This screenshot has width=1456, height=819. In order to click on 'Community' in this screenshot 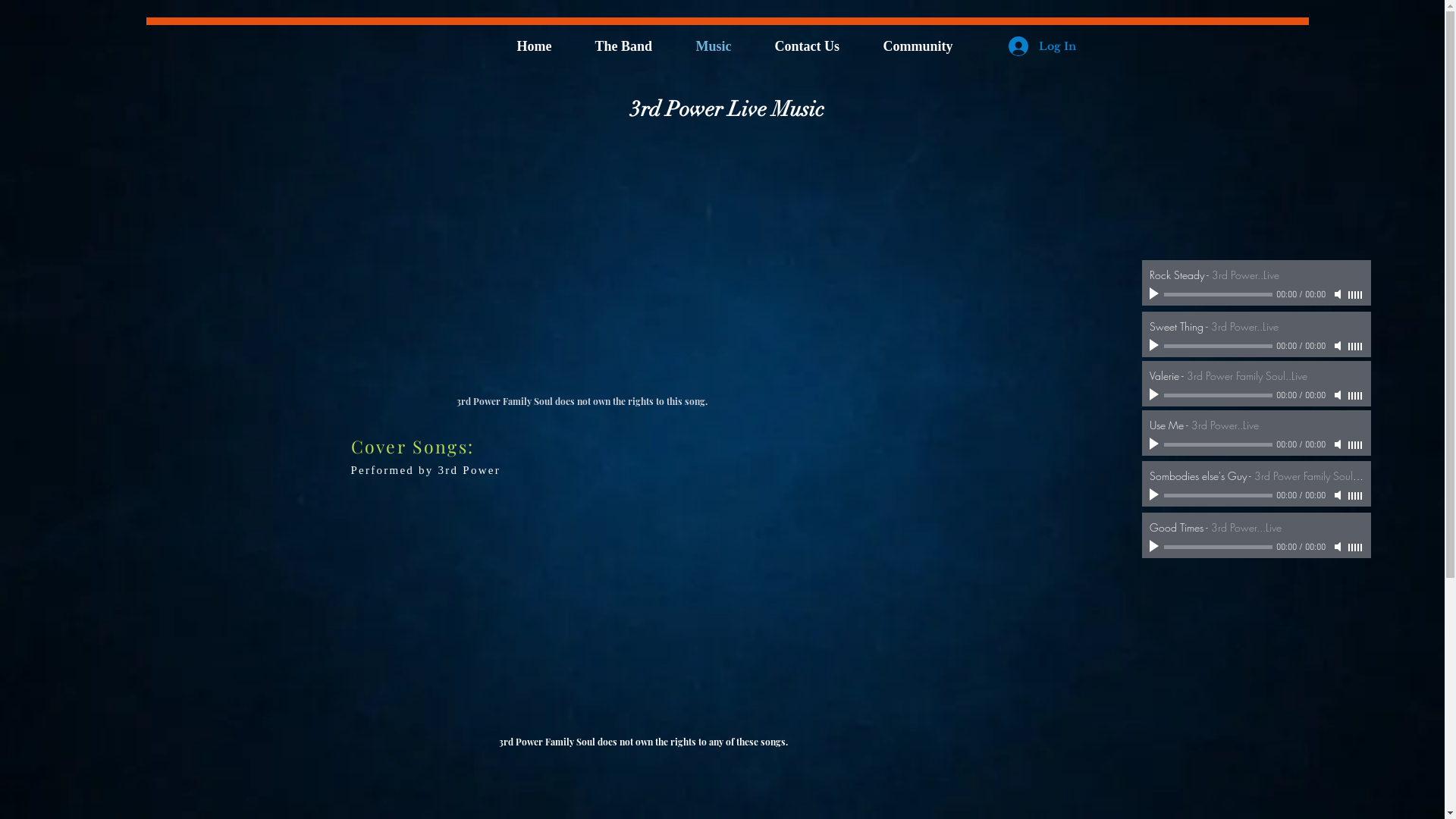, I will do `click(872, 45)`.